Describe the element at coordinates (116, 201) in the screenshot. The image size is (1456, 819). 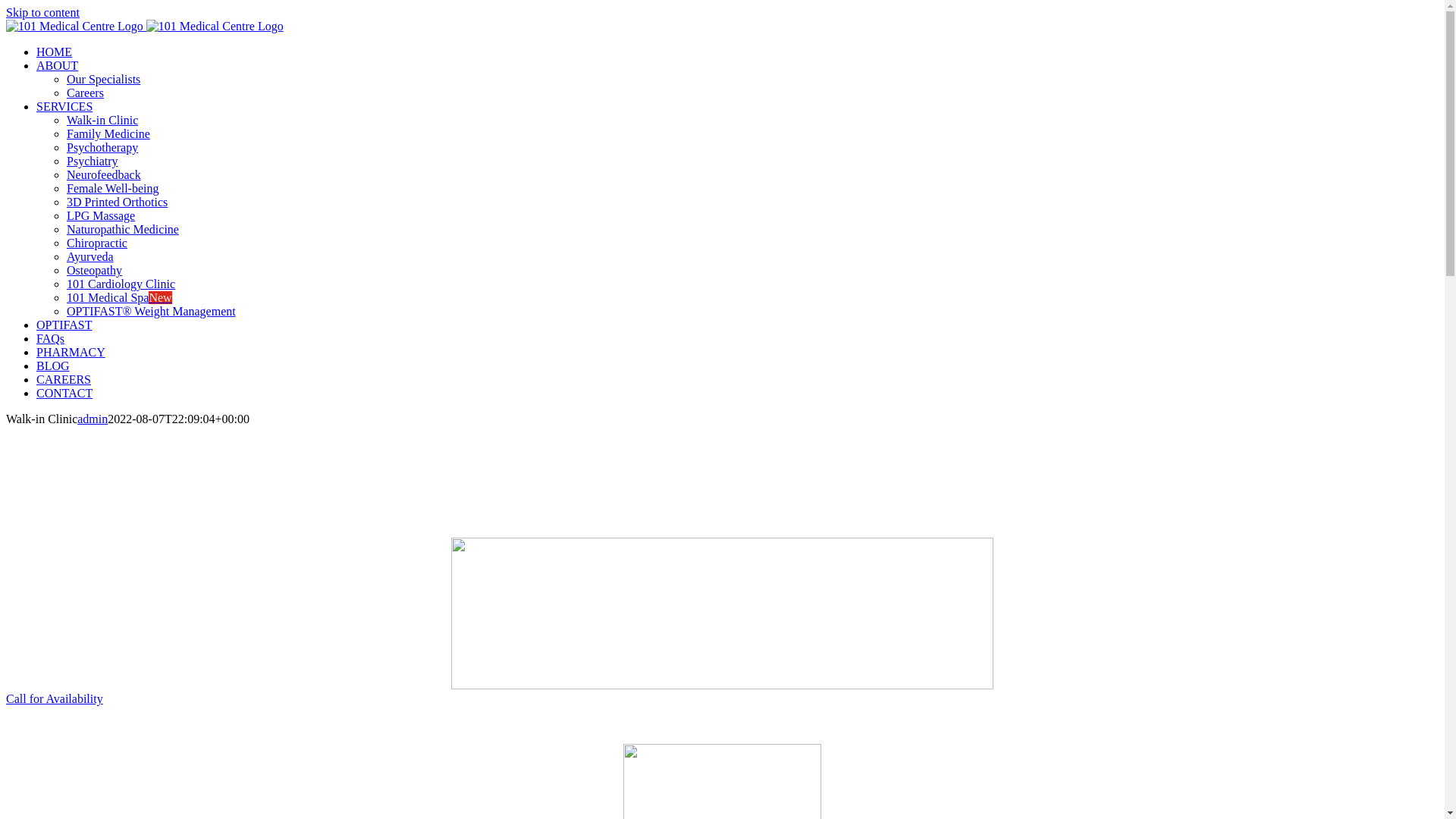
I see `'3D Printed Orthotics'` at that location.